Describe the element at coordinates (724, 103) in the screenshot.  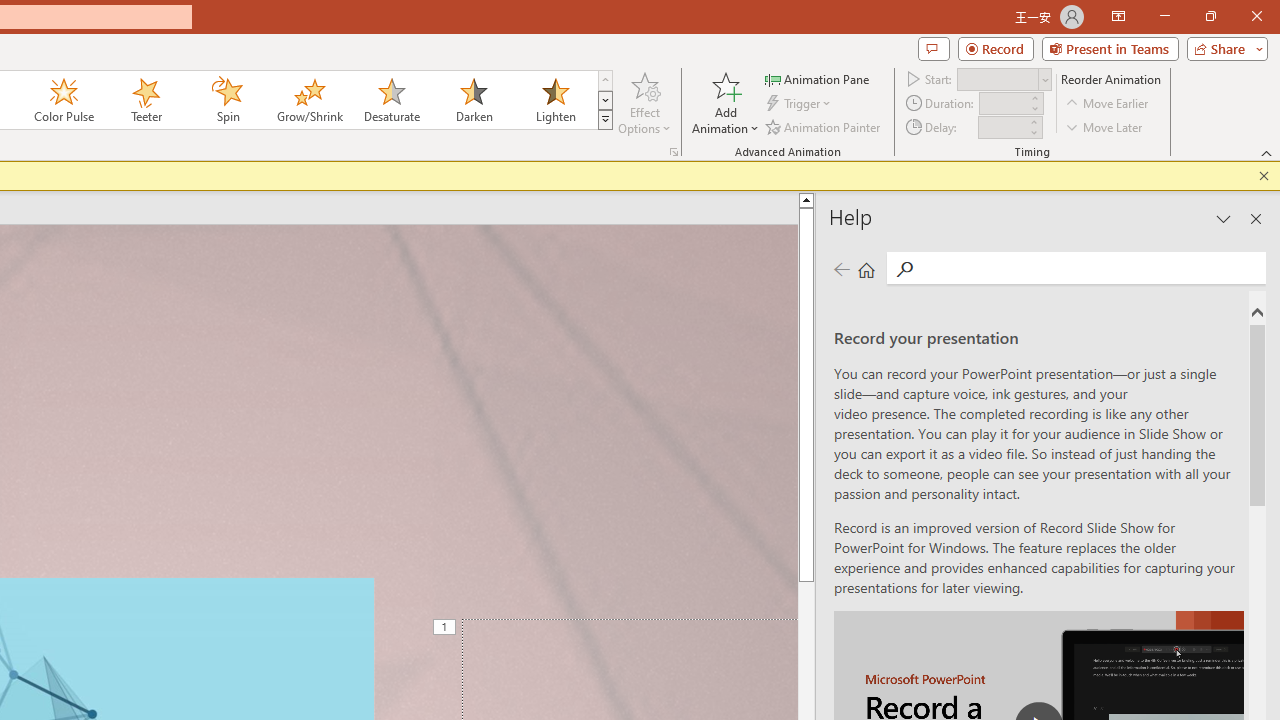
I see `'Add Animation'` at that location.